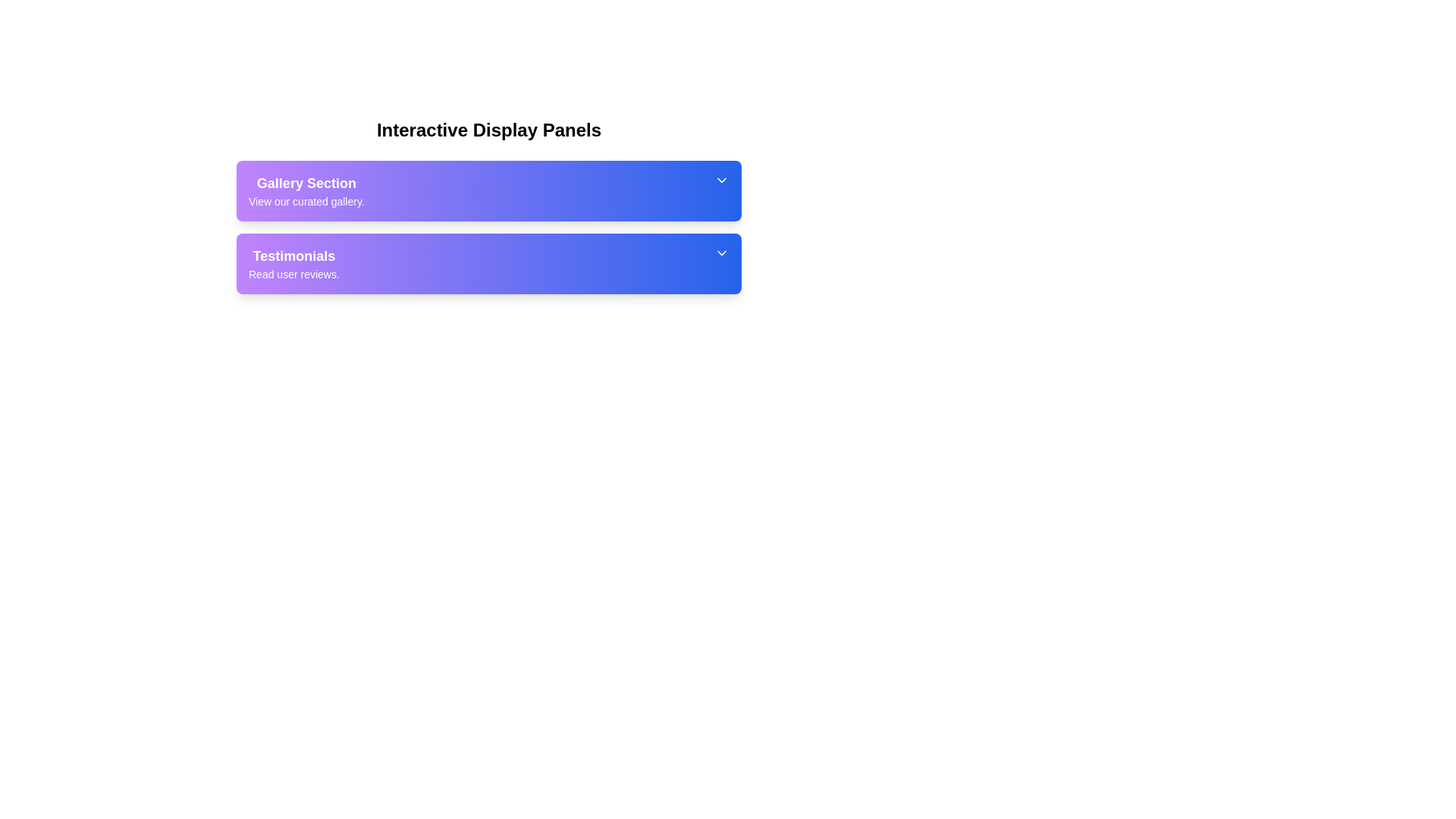 The image size is (1456, 819). What do you see at coordinates (720, 253) in the screenshot?
I see `the Chevron Down icon located on the right-hand side of the Testimonials panel` at bounding box center [720, 253].